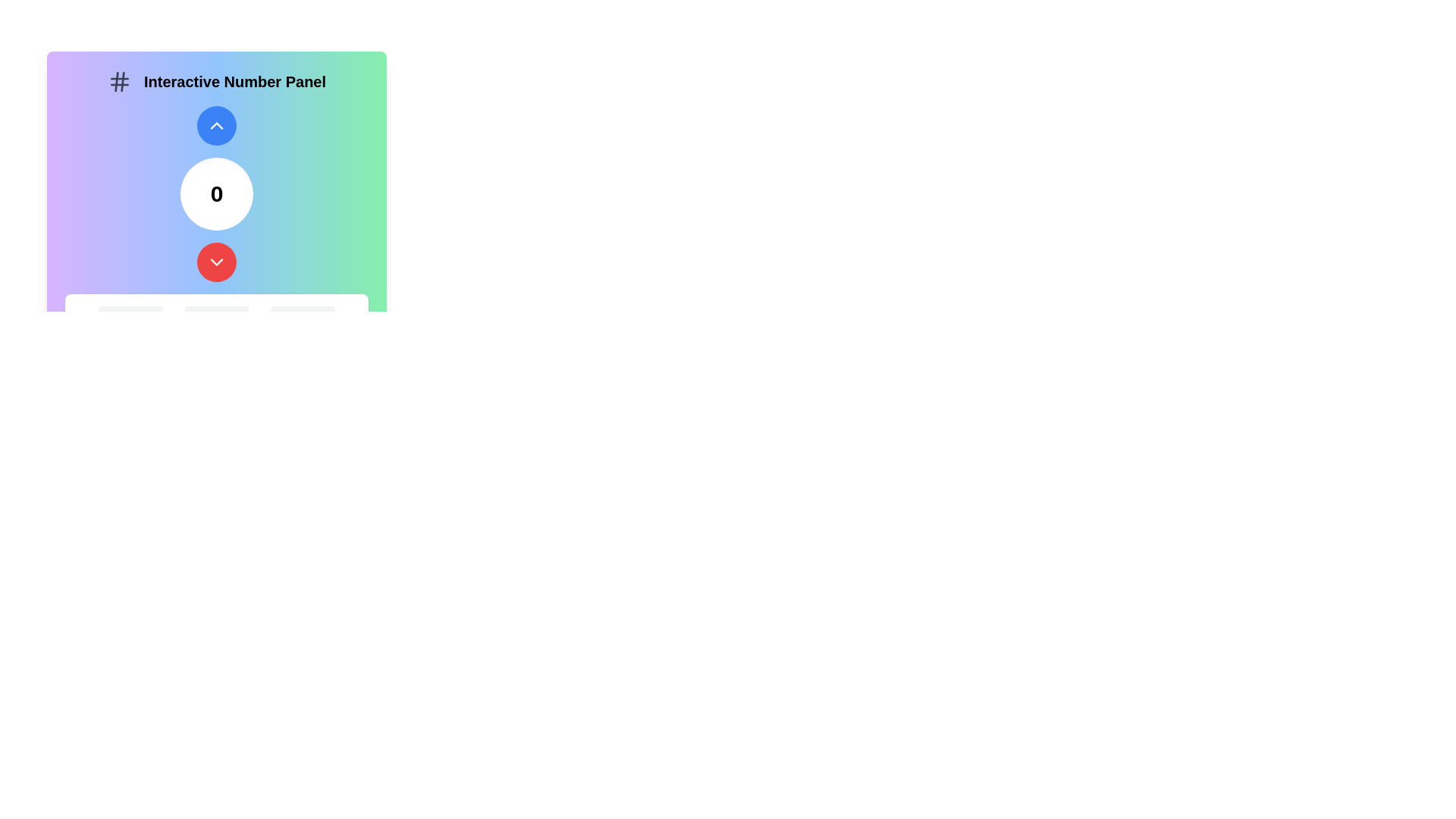 This screenshot has width=1456, height=819. Describe the element at coordinates (216, 193) in the screenshot. I see `the main numeric value display text element, which is located between the blue upward-pointing chevron button above and the red downward-pointing chevron button below` at that location.